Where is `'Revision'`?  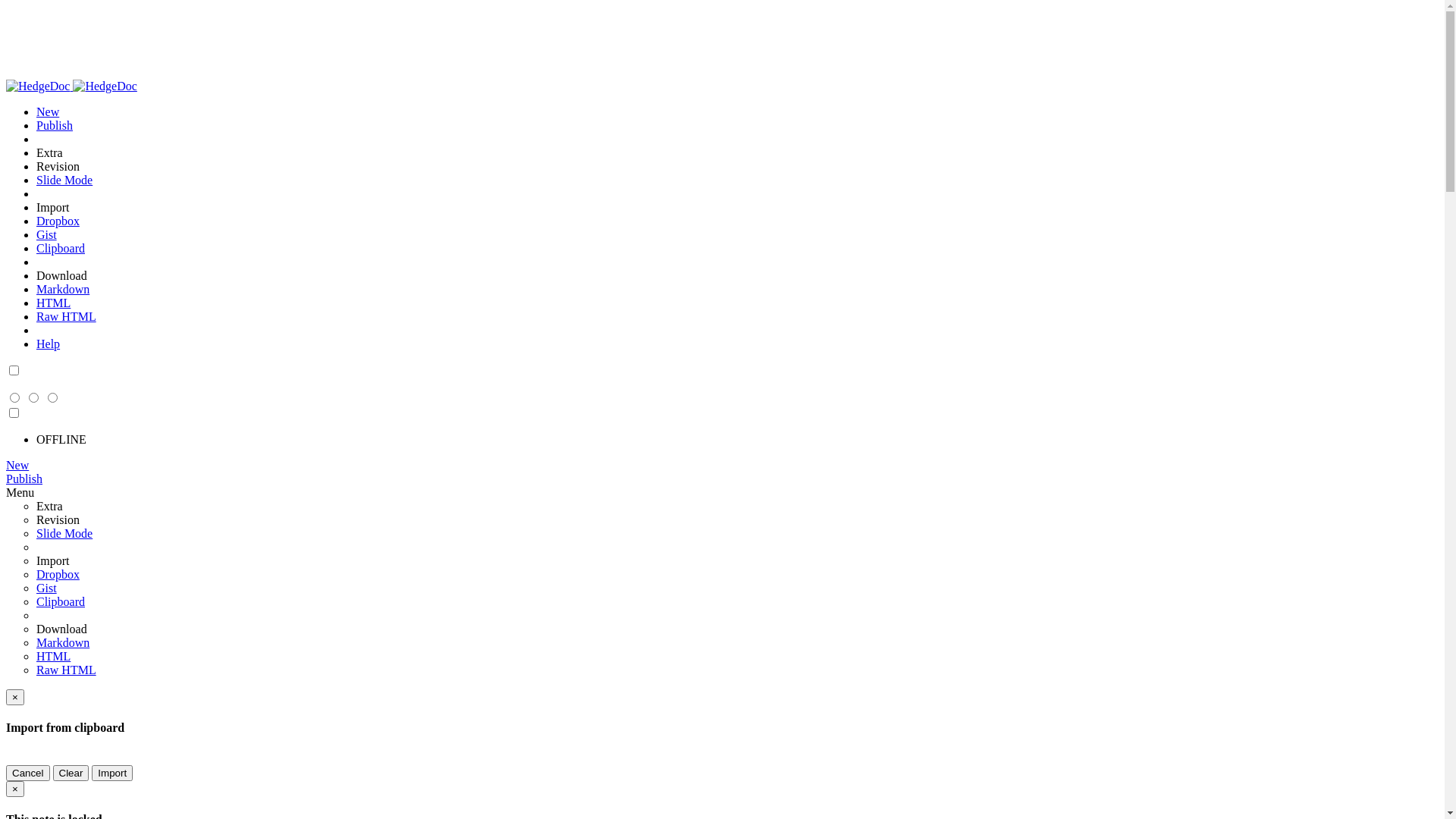 'Revision' is located at coordinates (58, 166).